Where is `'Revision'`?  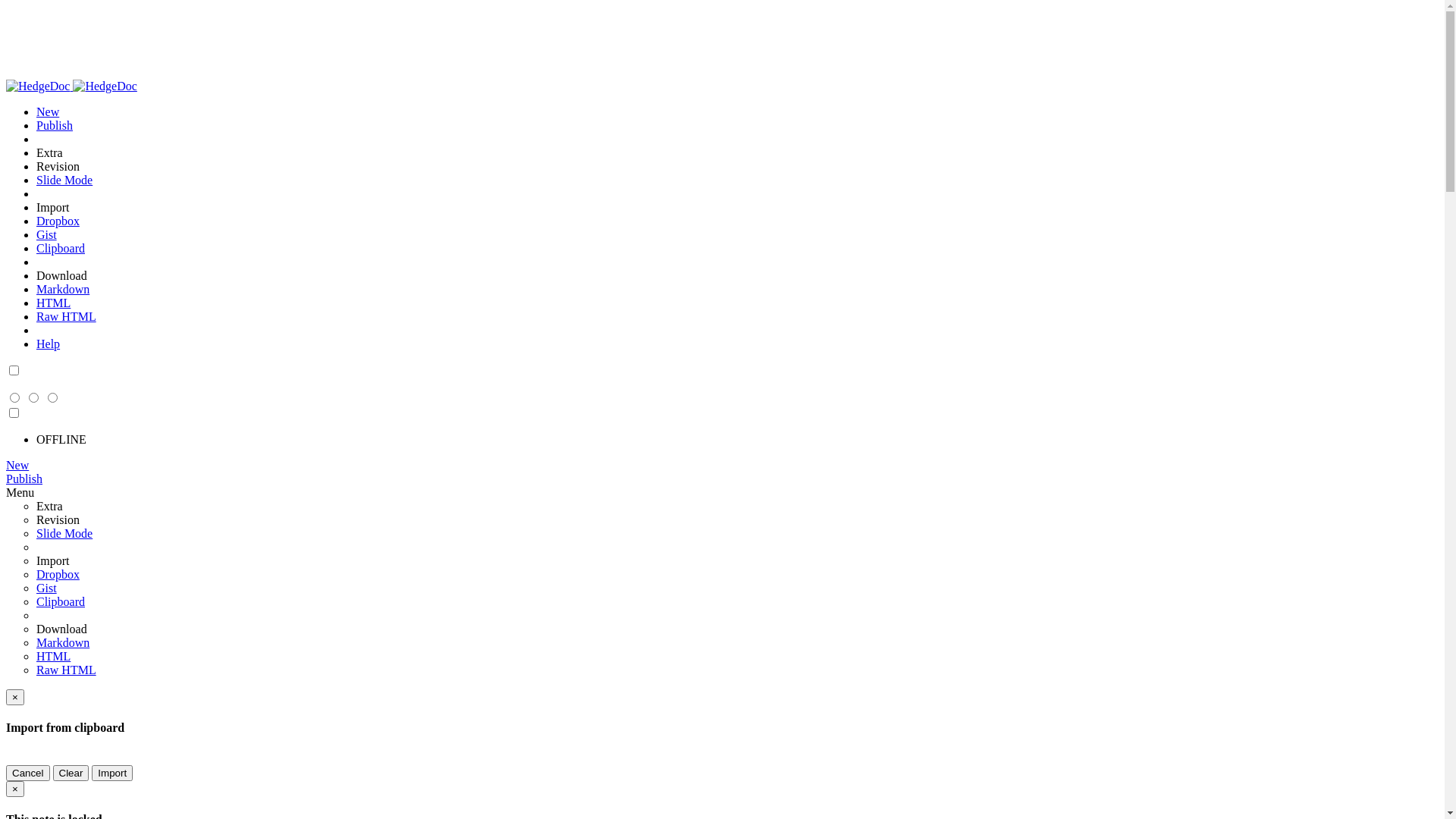 'Revision' is located at coordinates (58, 166).